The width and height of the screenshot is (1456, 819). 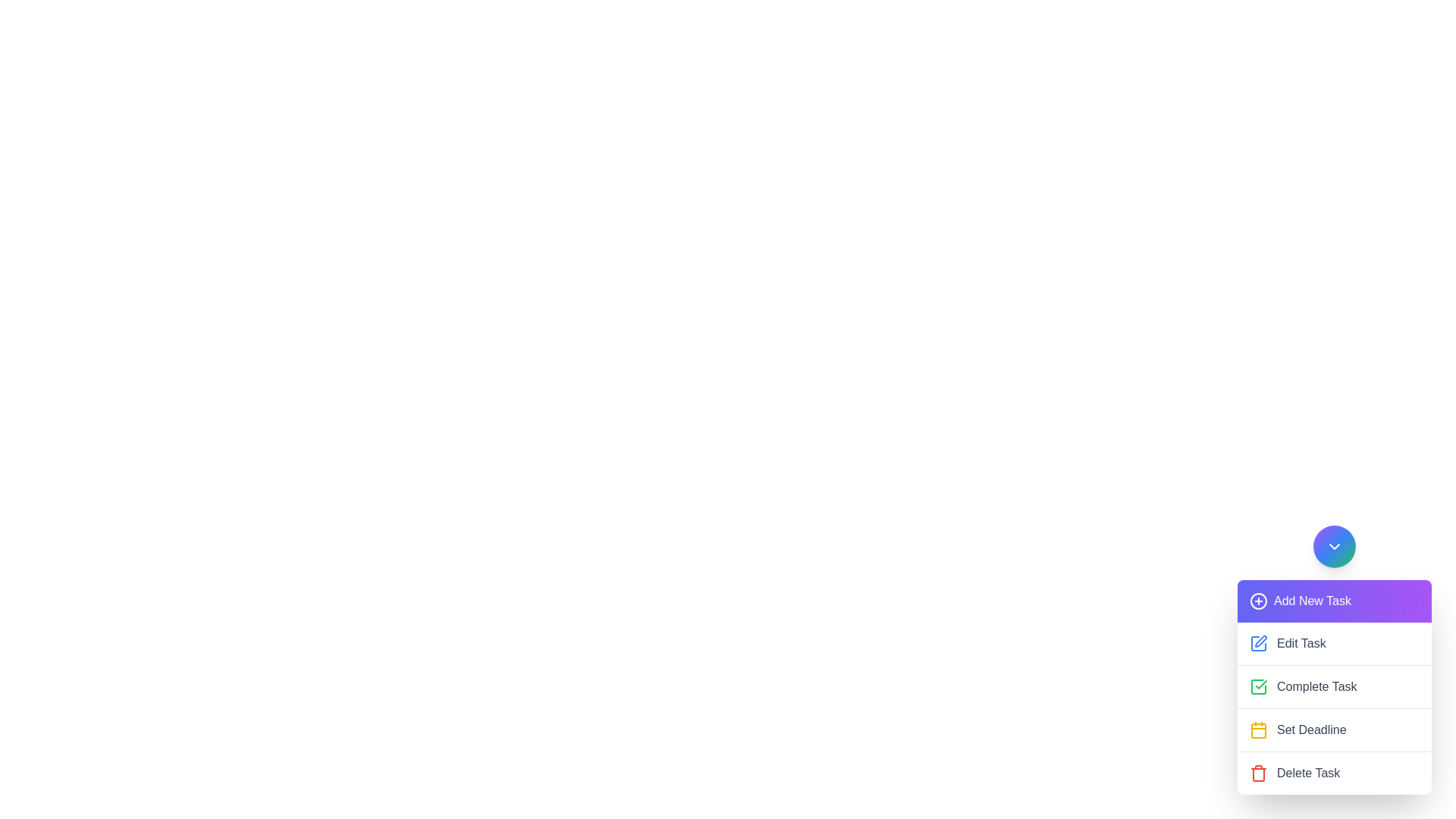 What do you see at coordinates (1259, 643) in the screenshot?
I see `keyboard navigation` at bounding box center [1259, 643].